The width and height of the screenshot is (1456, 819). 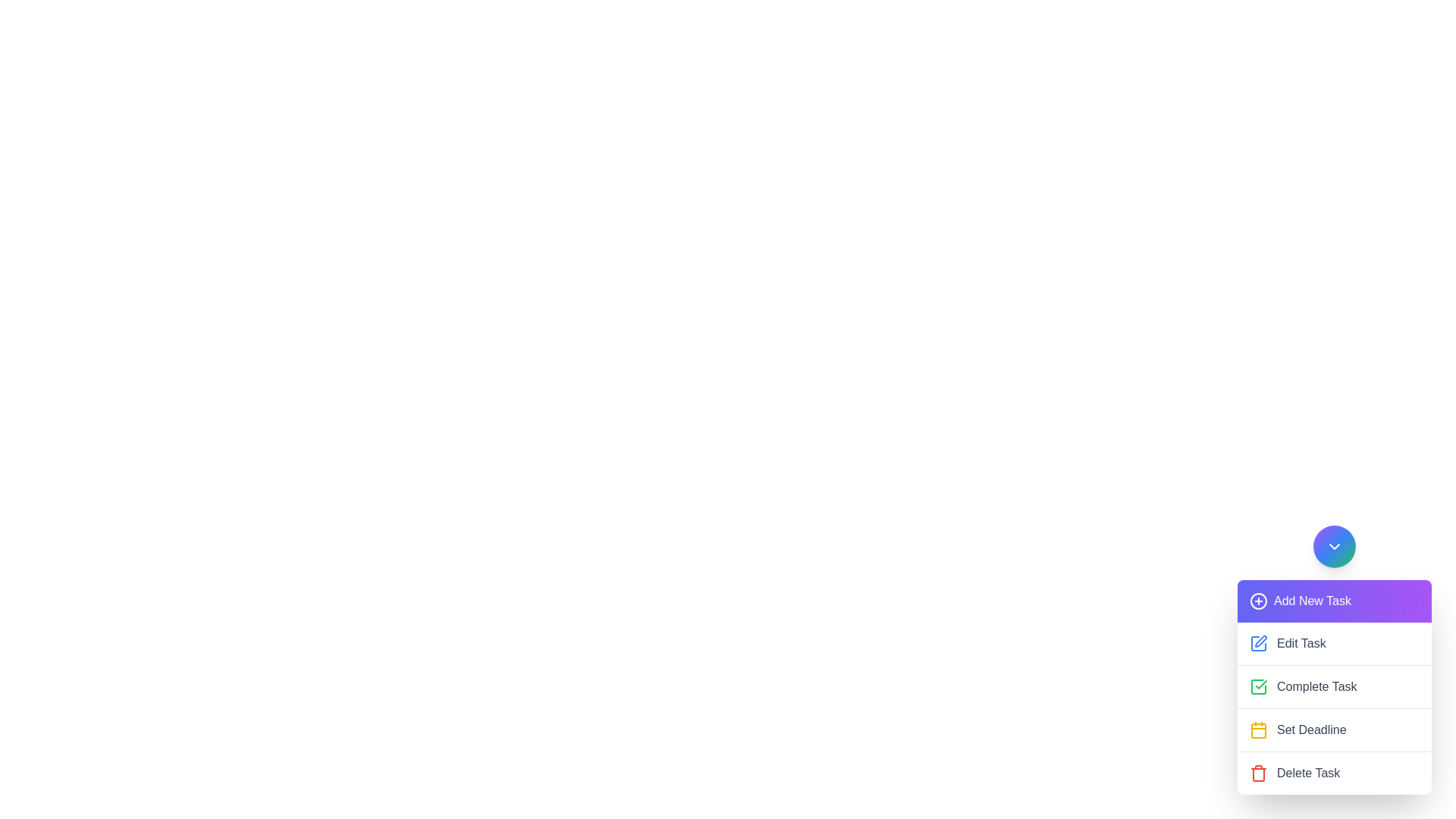 What do you see at coordinates (1259, 643) in the screenshot?
I see `keyboard navigation` at bounding box center [1259, 643].